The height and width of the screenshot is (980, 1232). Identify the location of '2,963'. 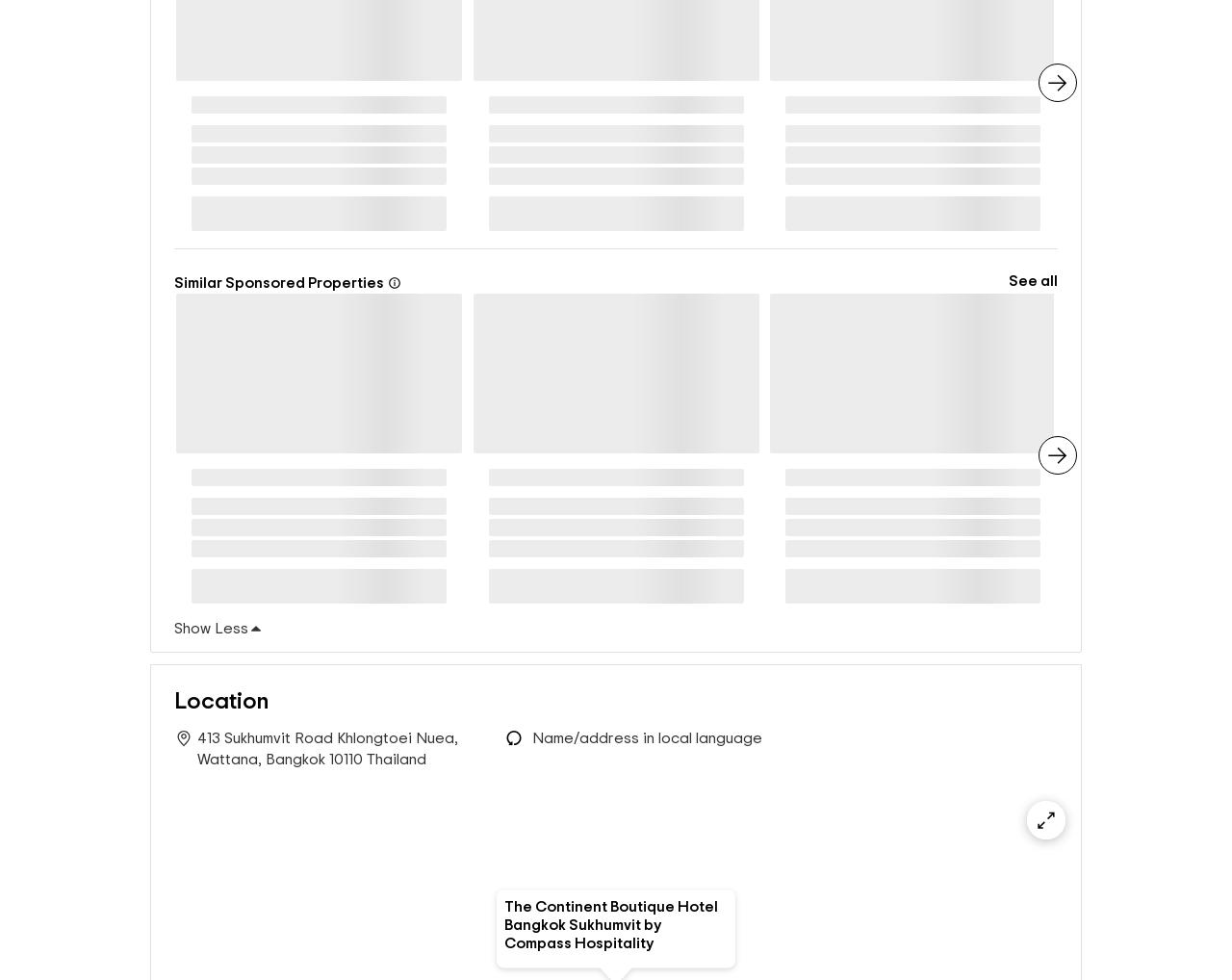
(894, 107).